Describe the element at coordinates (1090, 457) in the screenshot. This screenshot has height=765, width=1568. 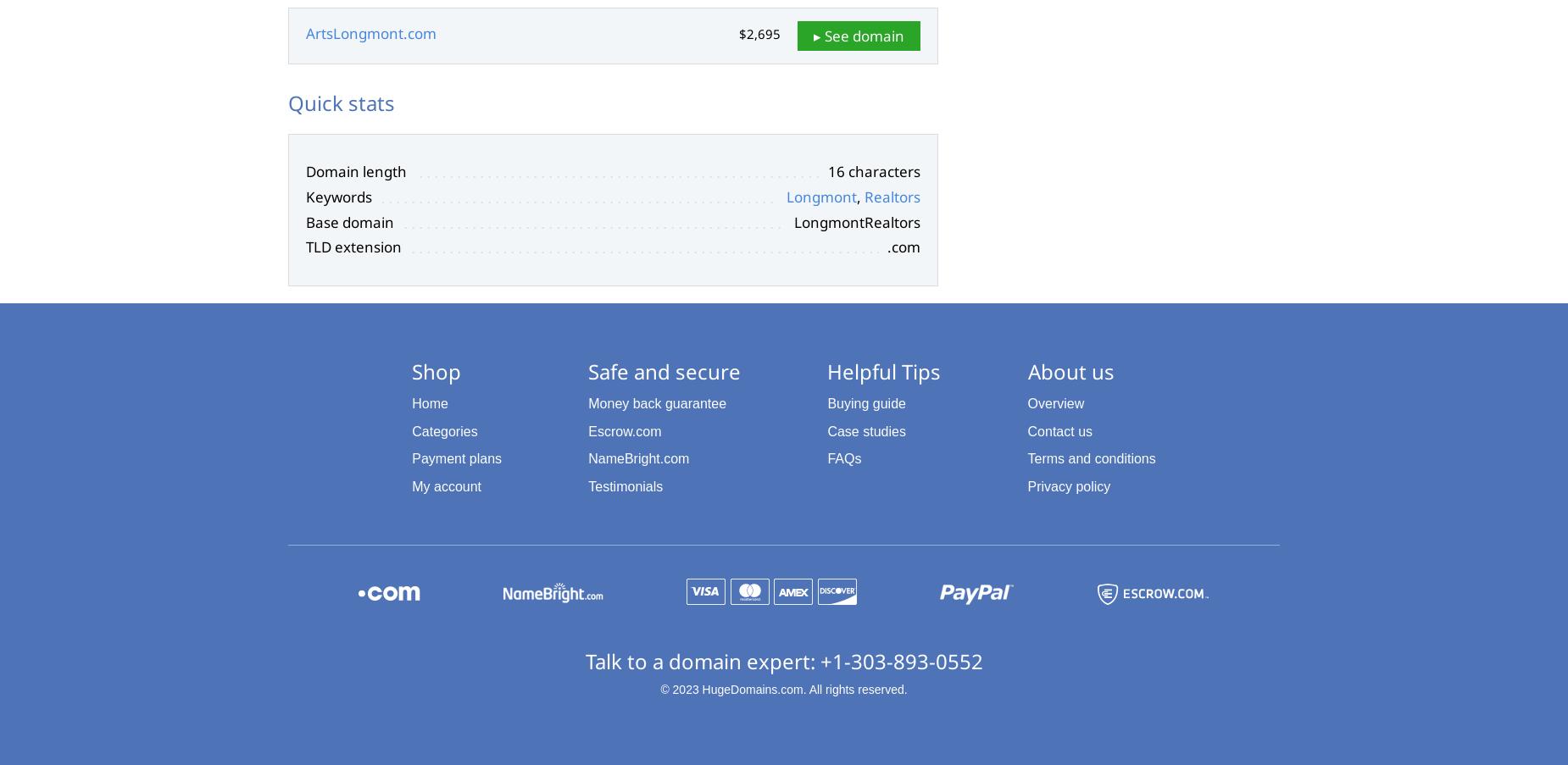
I see `'Terms and conditions'` at that location.